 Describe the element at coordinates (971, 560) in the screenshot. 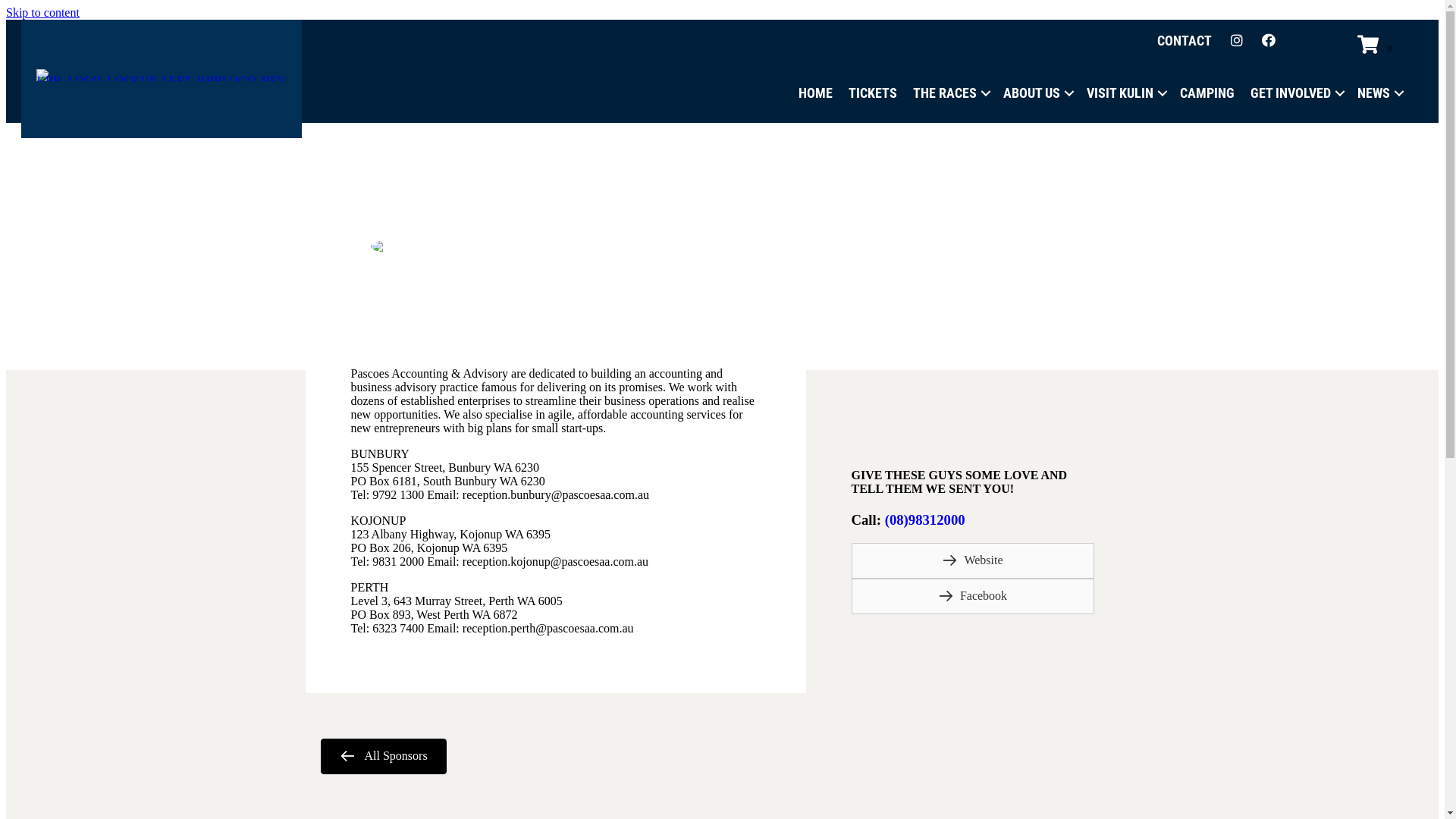

I see `'Website'` at that location.